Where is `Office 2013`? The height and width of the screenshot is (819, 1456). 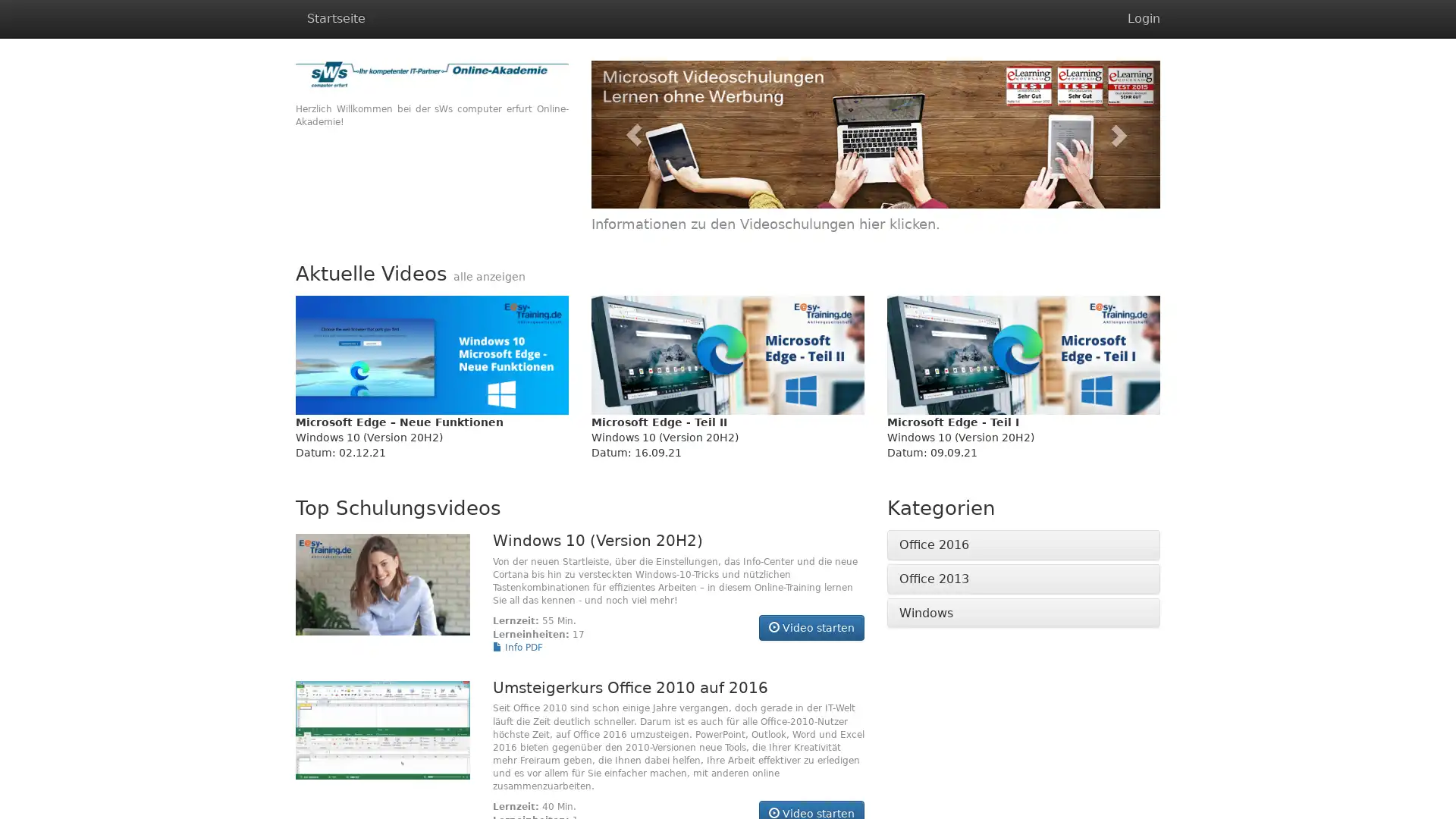 Office 2013 is located at coordinates (934, 578).